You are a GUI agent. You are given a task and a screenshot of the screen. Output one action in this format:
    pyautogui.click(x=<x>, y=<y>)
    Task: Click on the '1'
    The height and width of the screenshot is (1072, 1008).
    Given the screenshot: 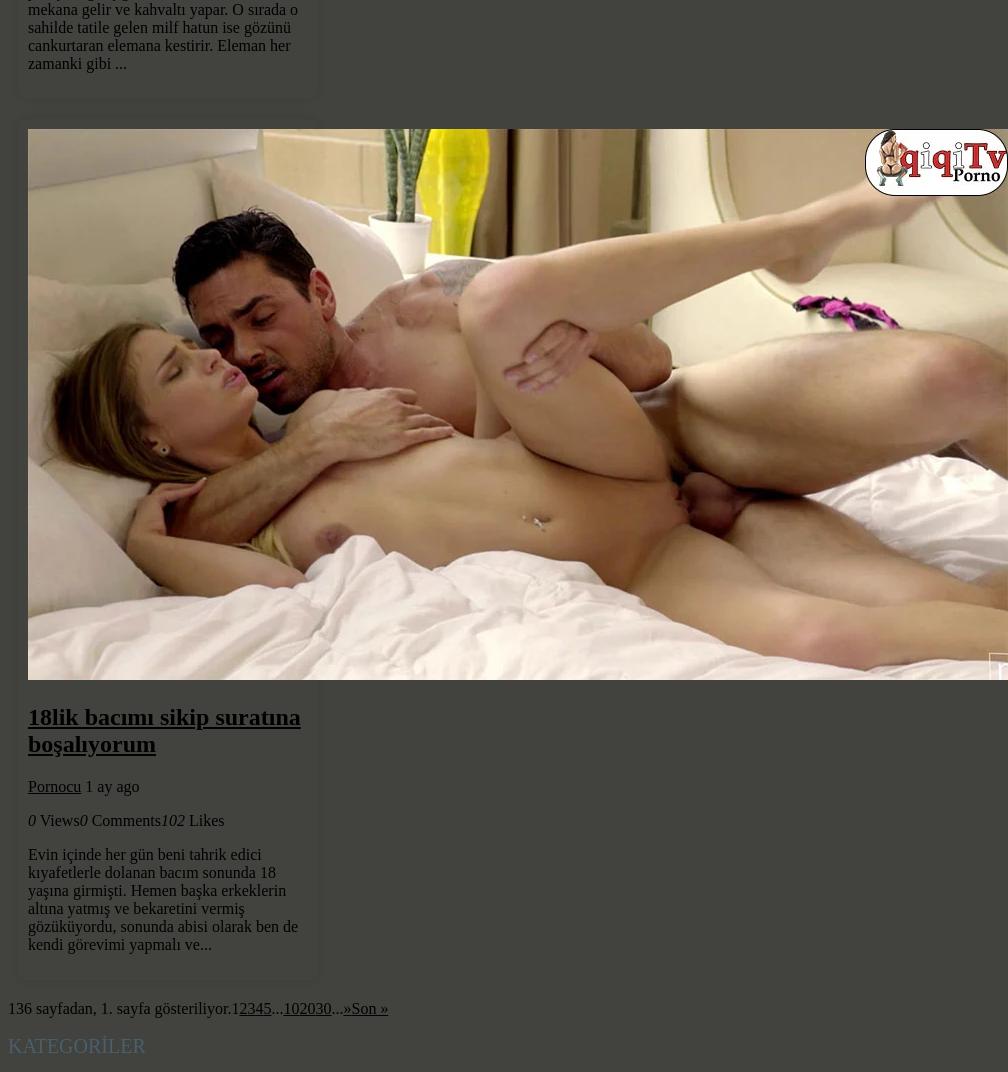 What is the action you would take?
    pyautogui.click(x=231, y=1008)
    